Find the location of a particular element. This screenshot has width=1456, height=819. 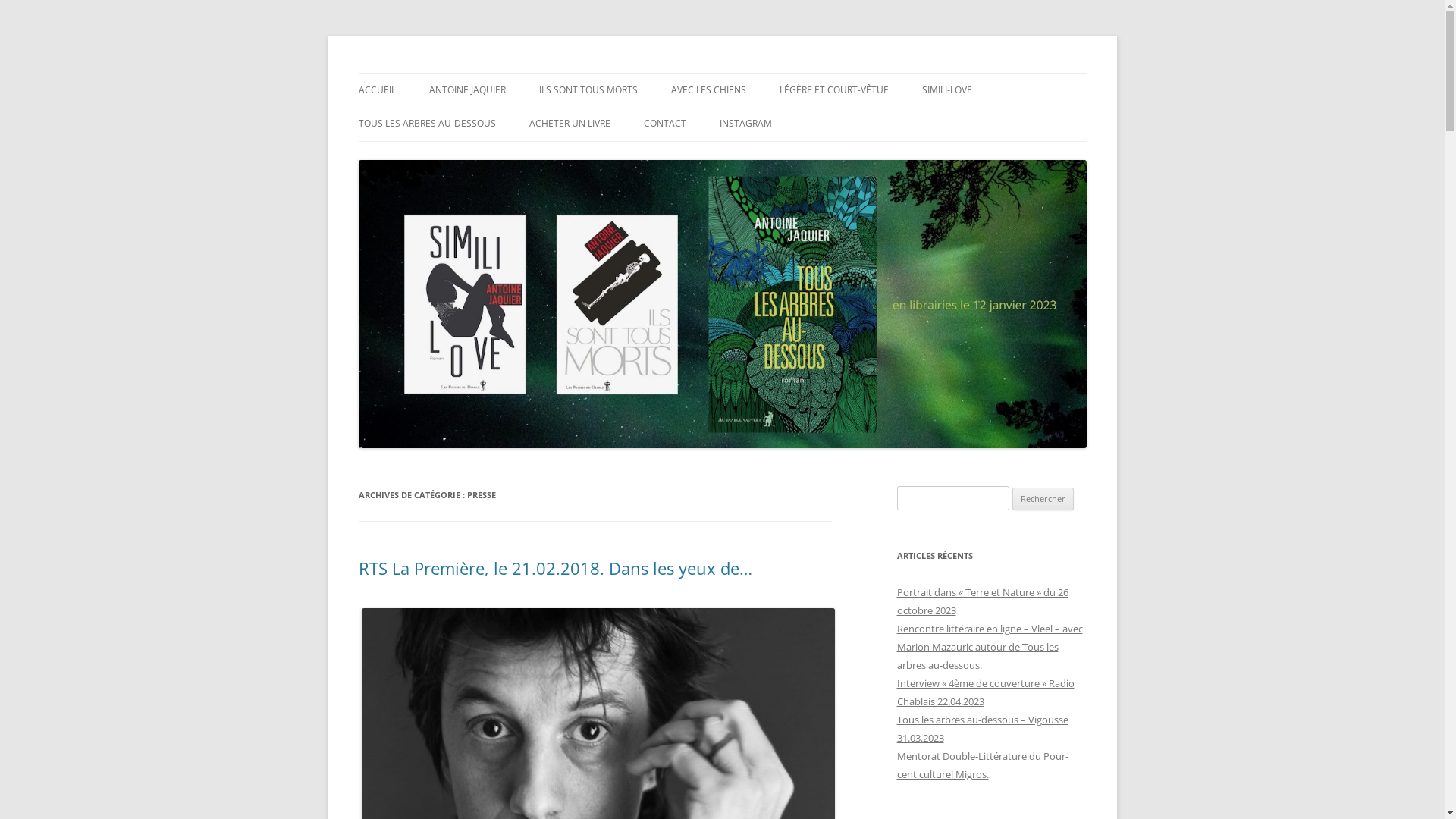

'ACHETER UN LIVRE' is located at coordinates (529, 122).